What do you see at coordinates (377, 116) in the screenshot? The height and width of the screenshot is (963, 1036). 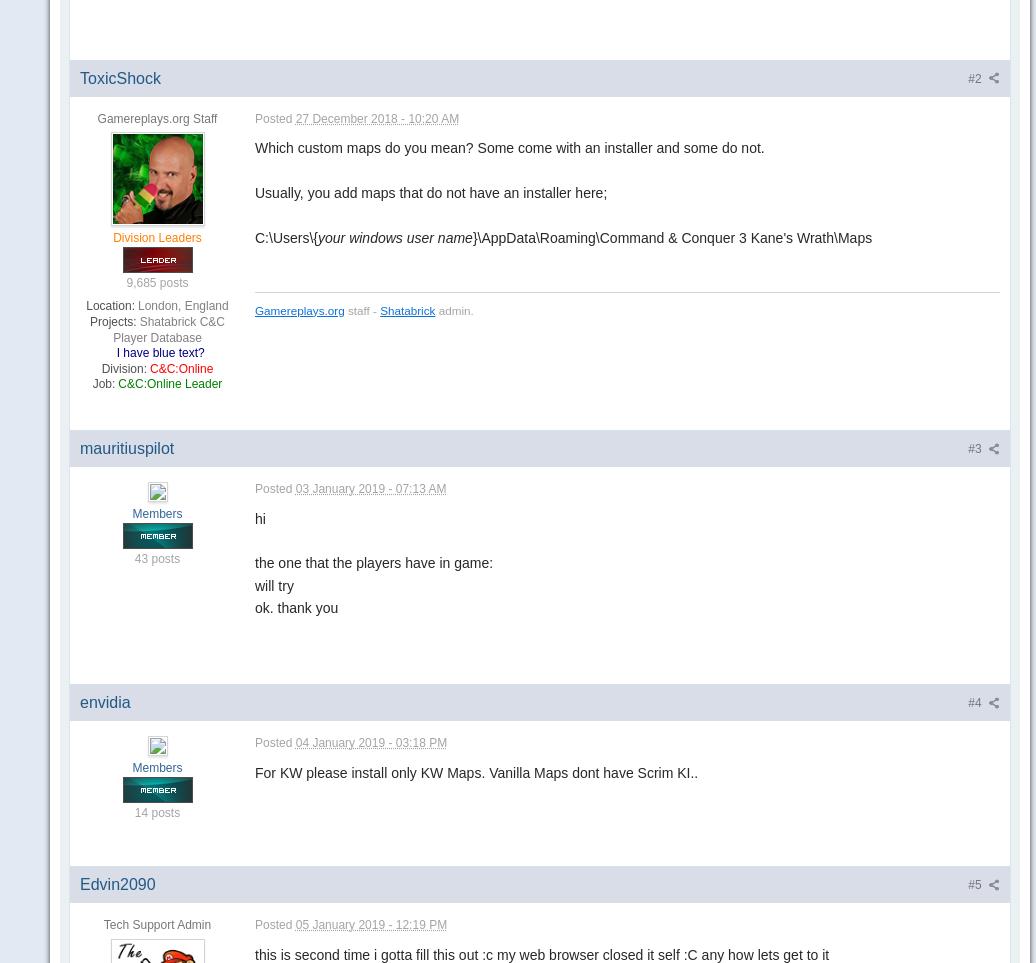 I see `'27 December 2018 - 10:20 AM'` at bounding box center [377, 116].